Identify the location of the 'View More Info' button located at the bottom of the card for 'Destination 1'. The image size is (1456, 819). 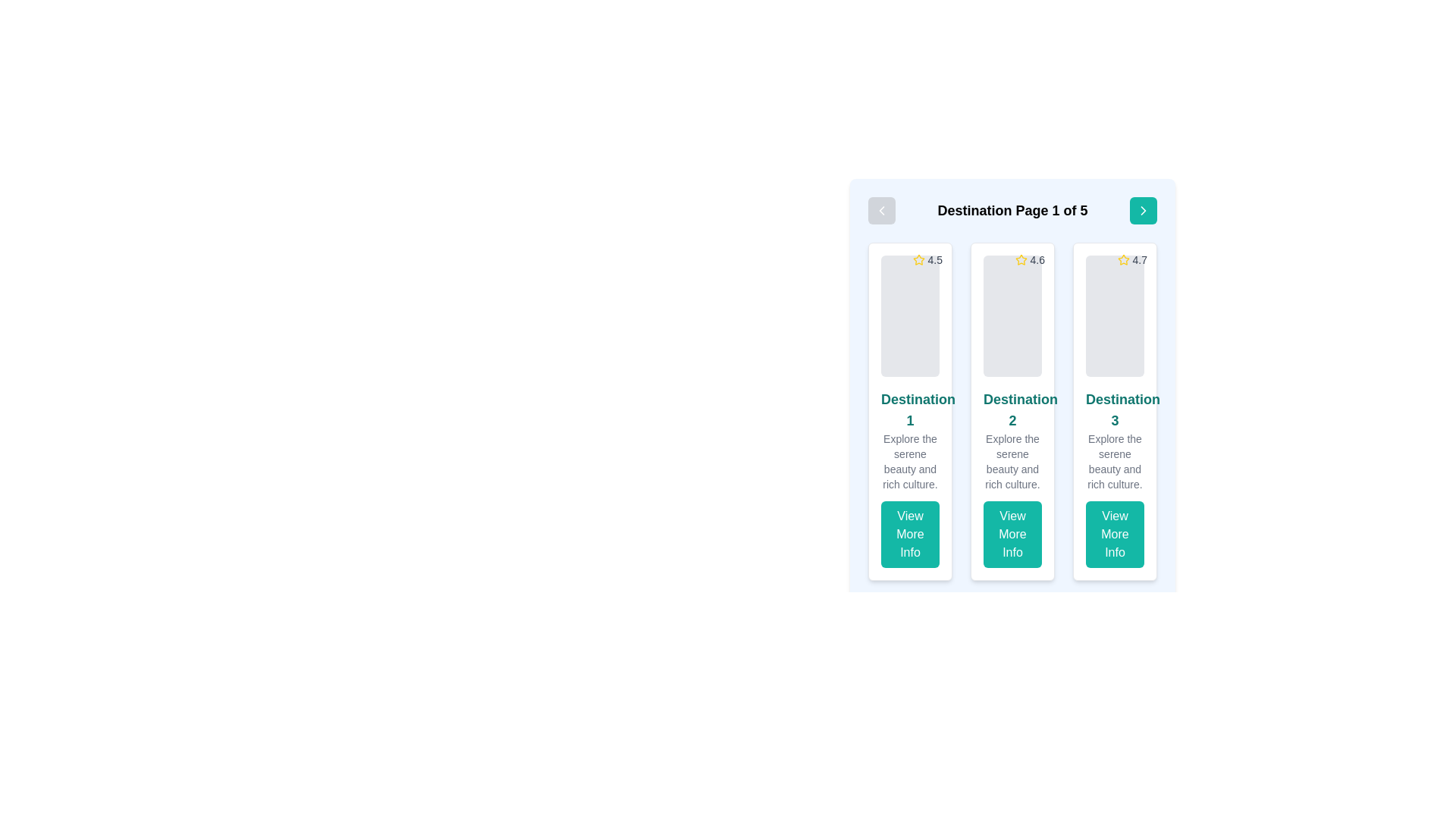
(910, 534).